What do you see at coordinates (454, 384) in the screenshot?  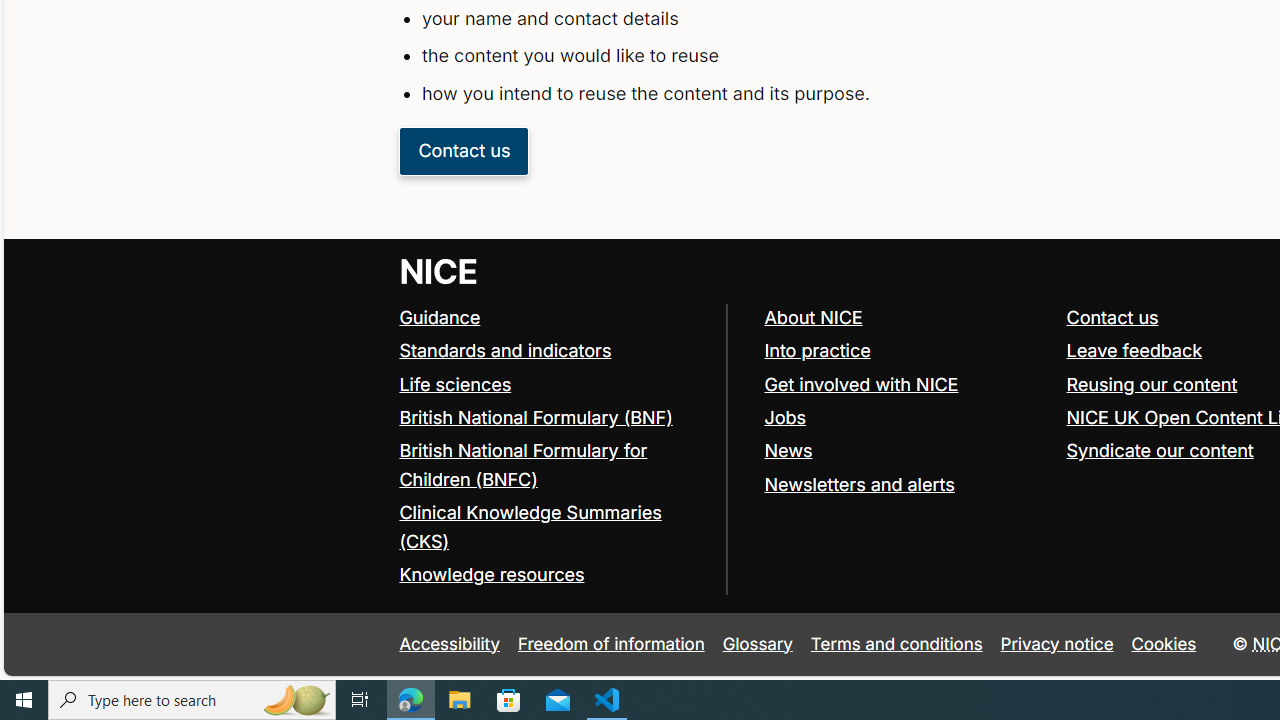 I see `'Life sciences'` at bounding box center [454, 384].